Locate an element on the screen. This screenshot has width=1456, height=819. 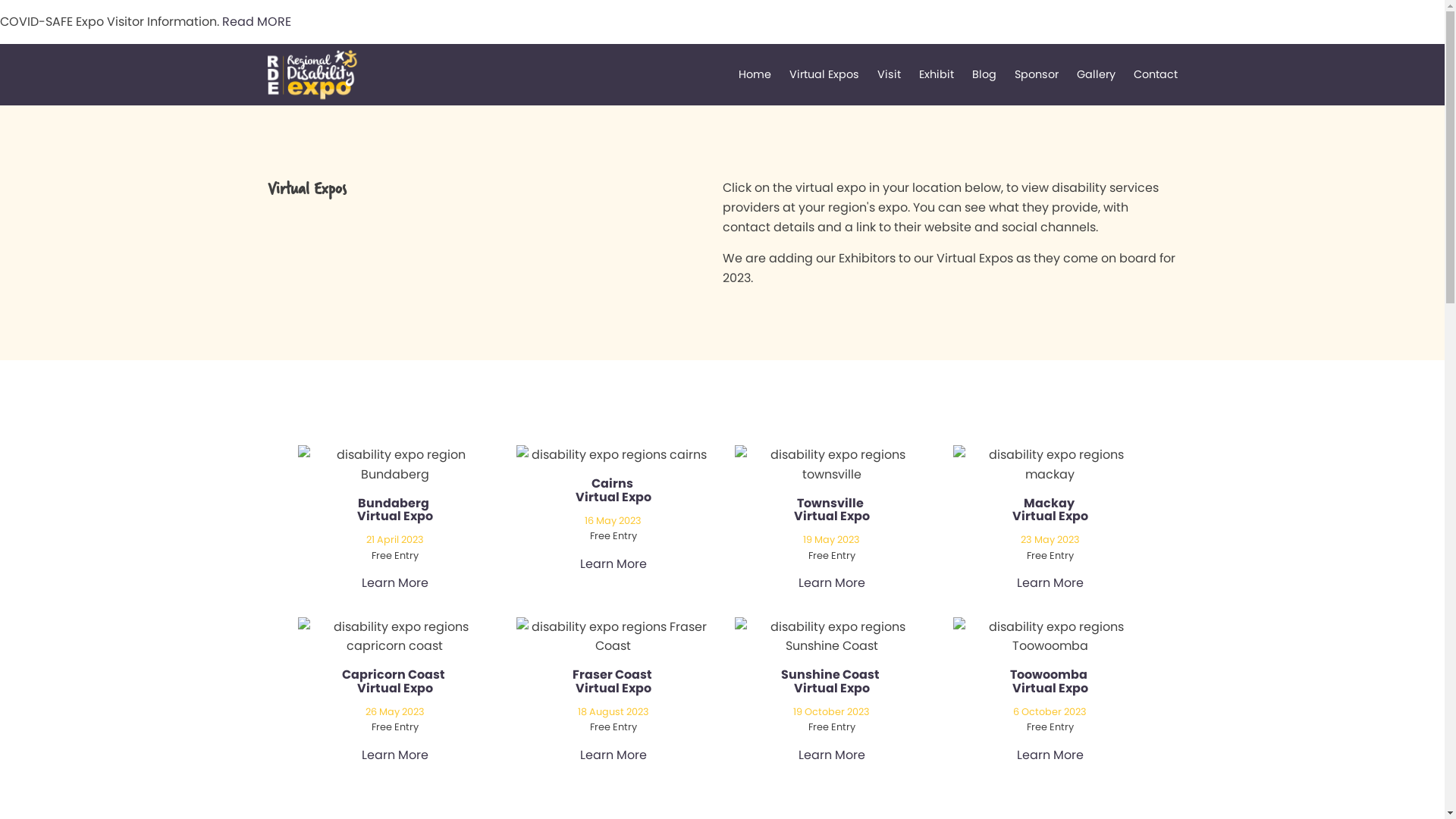
'Read MORE' is located at coordinates (256, 21).